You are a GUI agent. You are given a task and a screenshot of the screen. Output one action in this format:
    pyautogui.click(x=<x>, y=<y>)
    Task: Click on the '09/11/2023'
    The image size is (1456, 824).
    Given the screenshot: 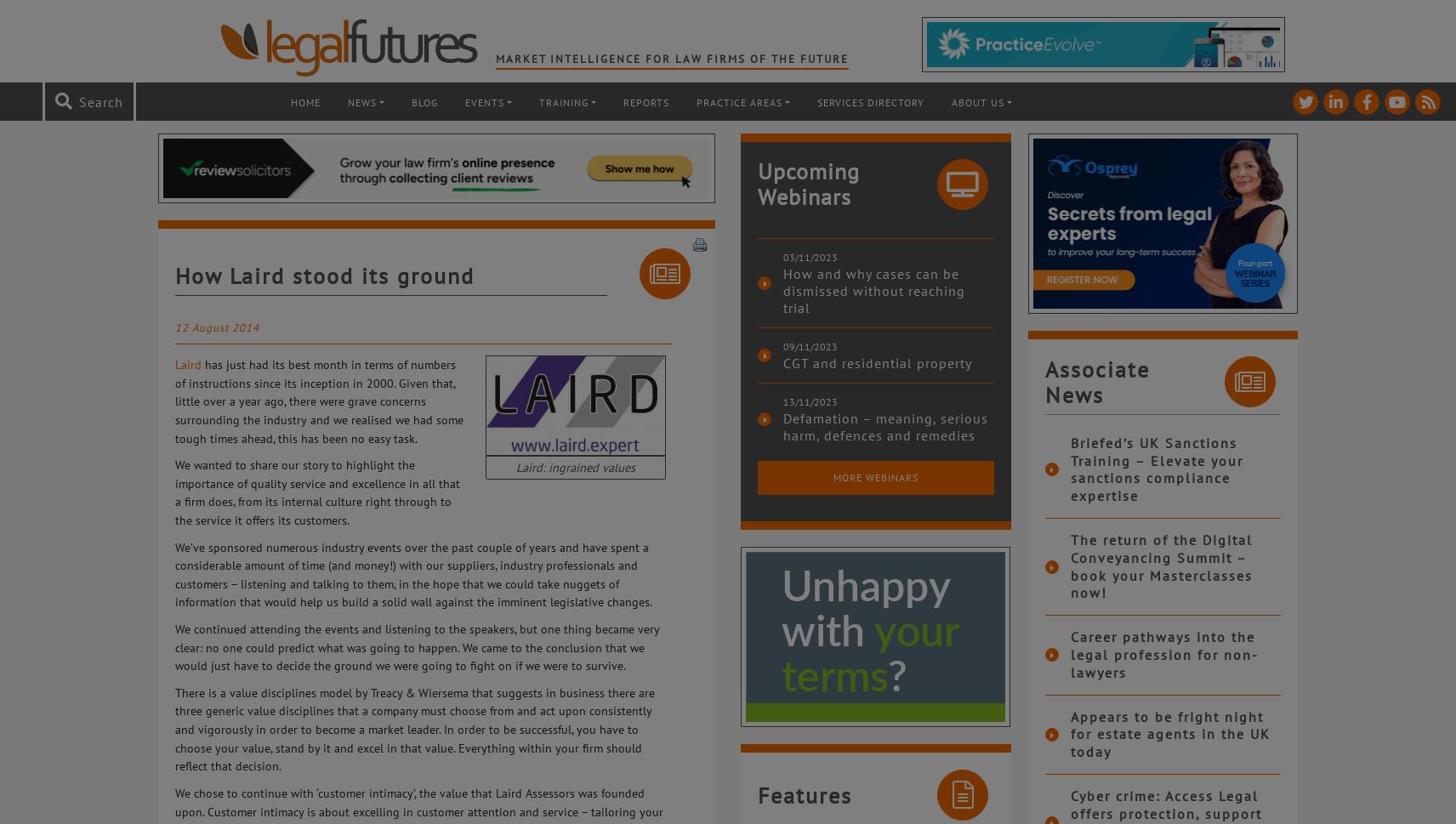 What is the action you would take?
    pyautogui.click(x=810, y=345)
    